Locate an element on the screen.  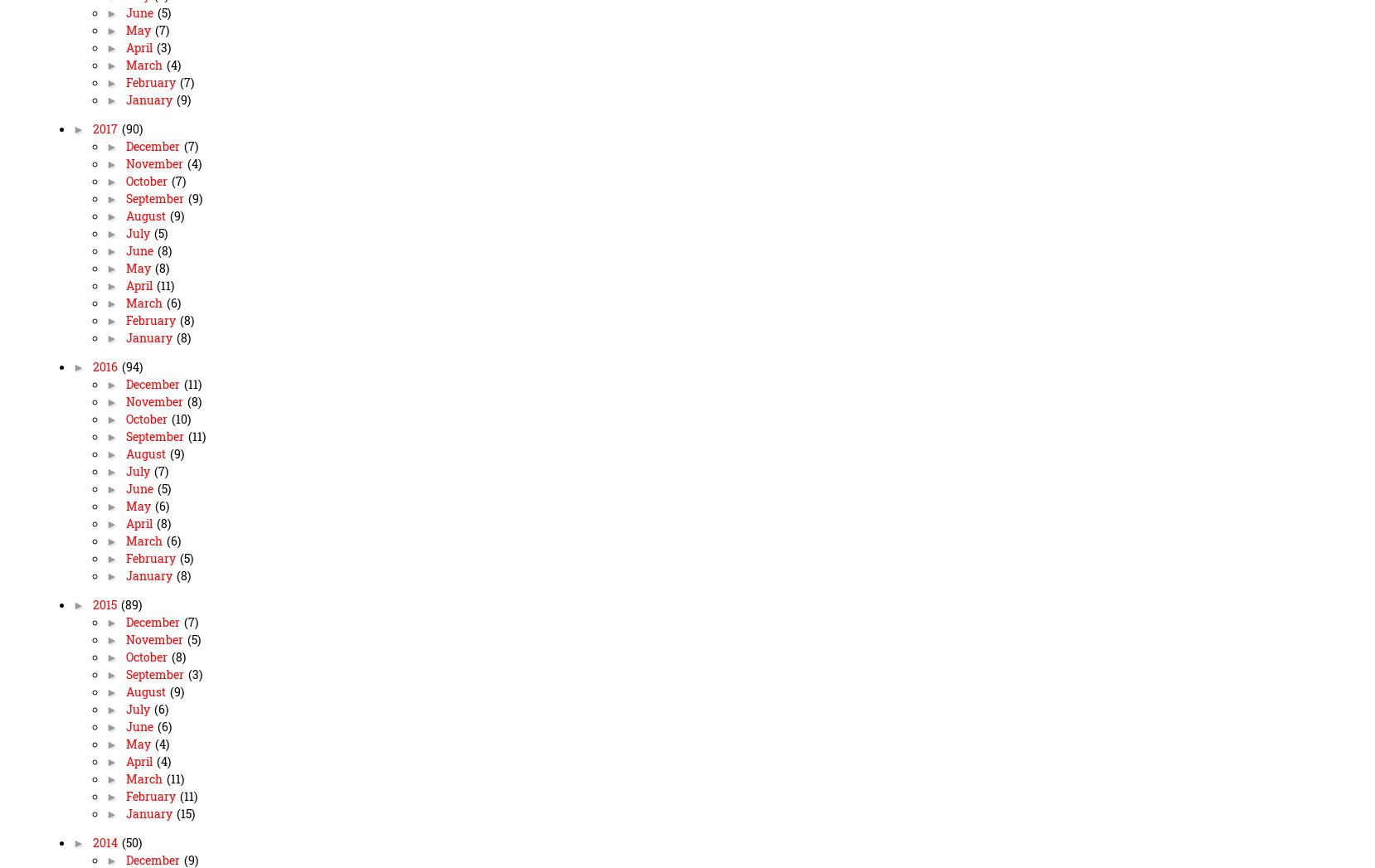
'(15)' is located at coordinates (185, 813).